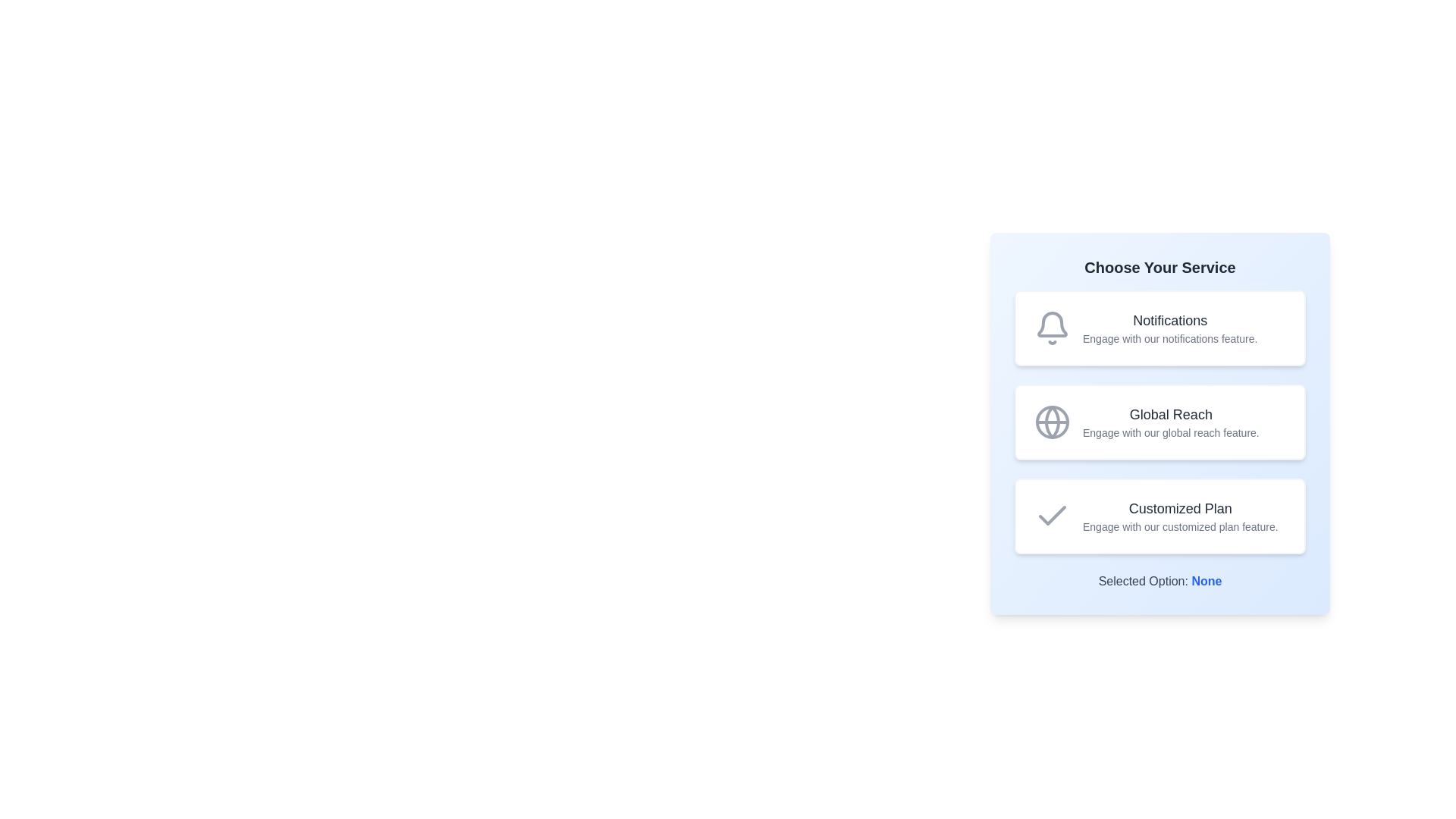 Image resolution: width=1456 pixels, height=819 pixels. Describe the element at coordinates (1179, 526) in the screenshot. I see `the text label that reads 'Engage with our customized plan feature.', which is styled in a smaller gray font and positioned below the title 'Customized Plan'` at that location.